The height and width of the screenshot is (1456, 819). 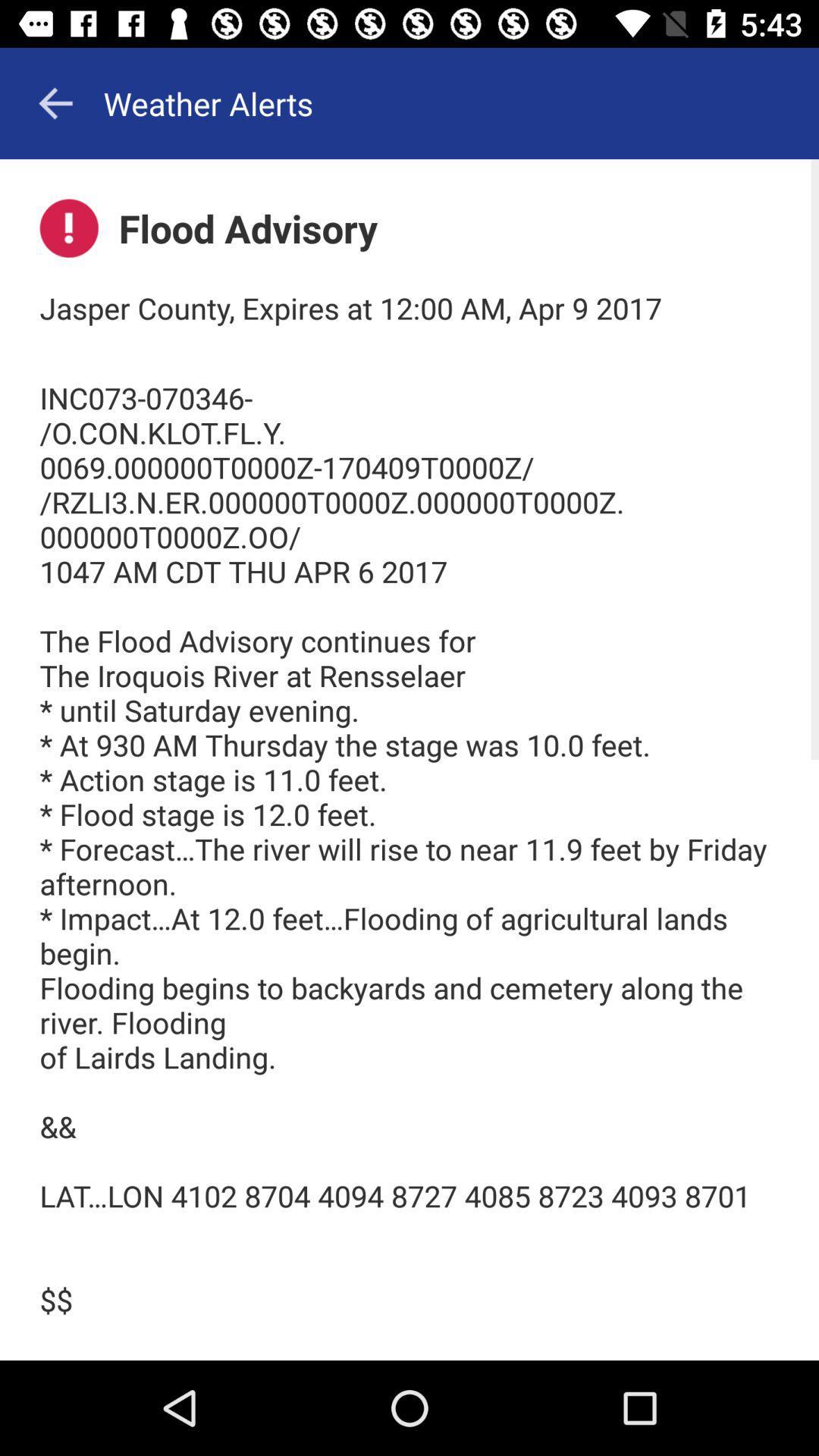 I want to click on the arrow_backward icon, so click(x=55, y=102).